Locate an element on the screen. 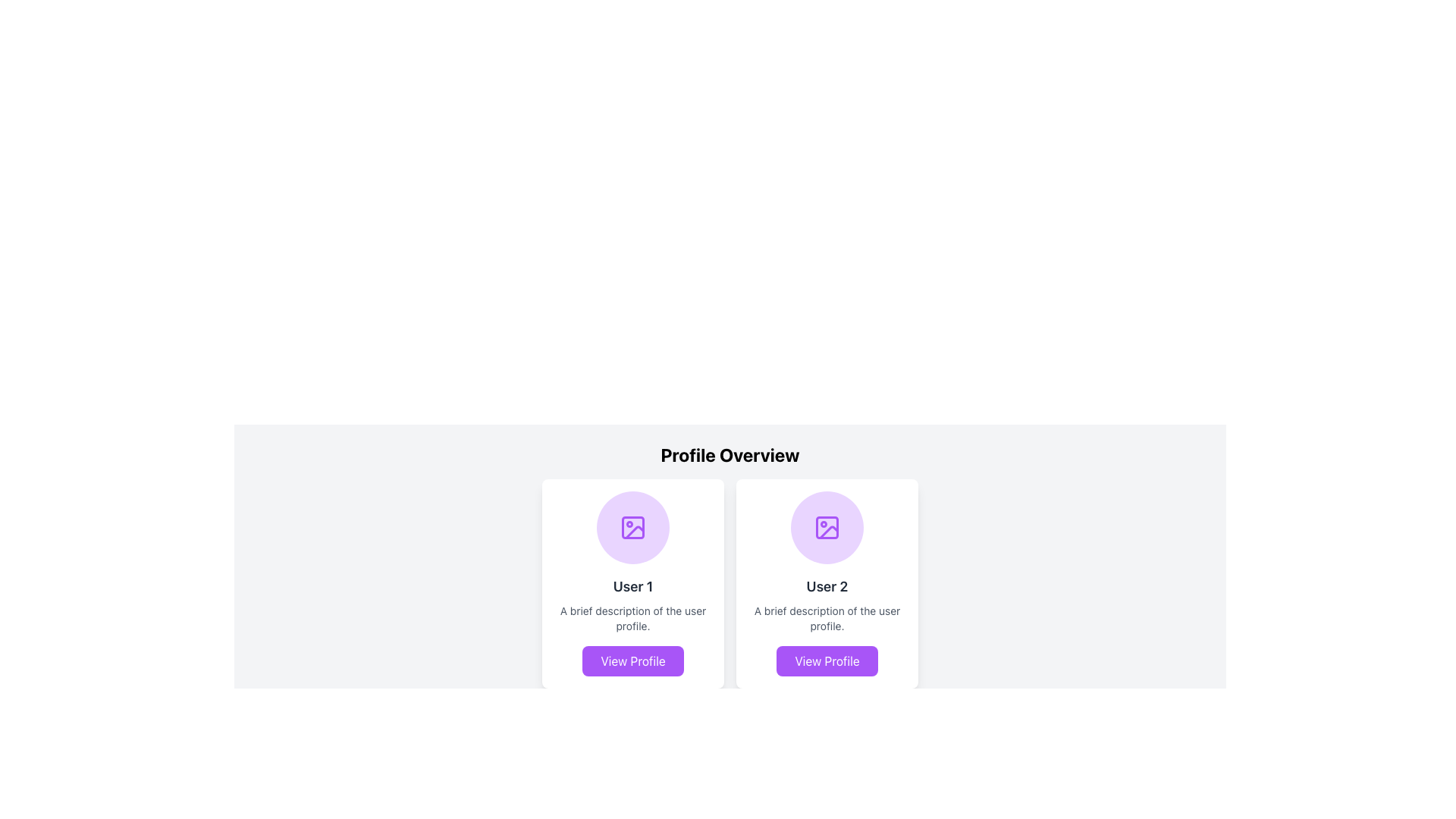  bold heading text 'Profile Overview' located at the top center of the profile cards section is located at coordinates (730, 454).